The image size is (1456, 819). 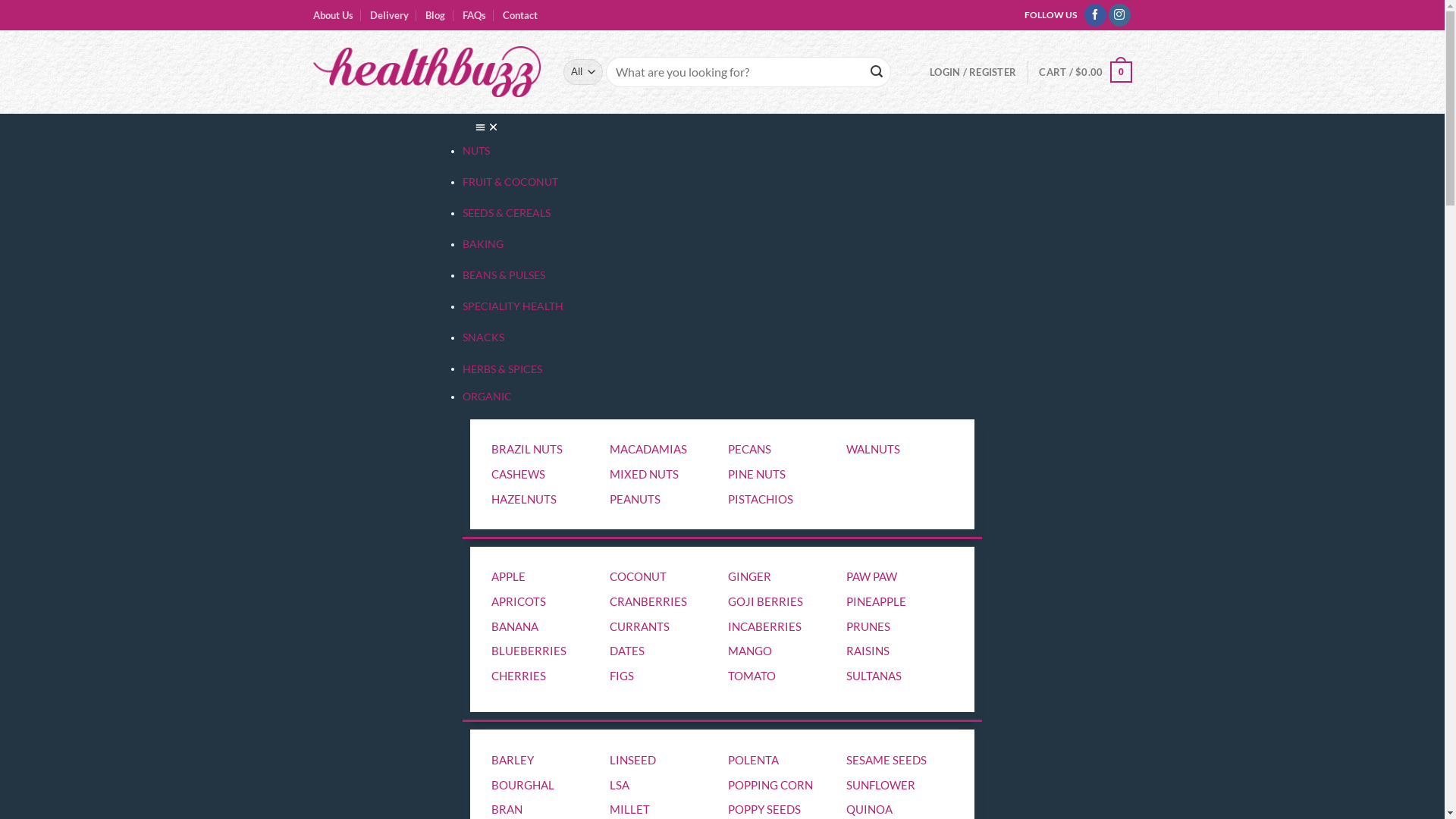 I want to click on 'MANGO', so click(x=749, y=649).